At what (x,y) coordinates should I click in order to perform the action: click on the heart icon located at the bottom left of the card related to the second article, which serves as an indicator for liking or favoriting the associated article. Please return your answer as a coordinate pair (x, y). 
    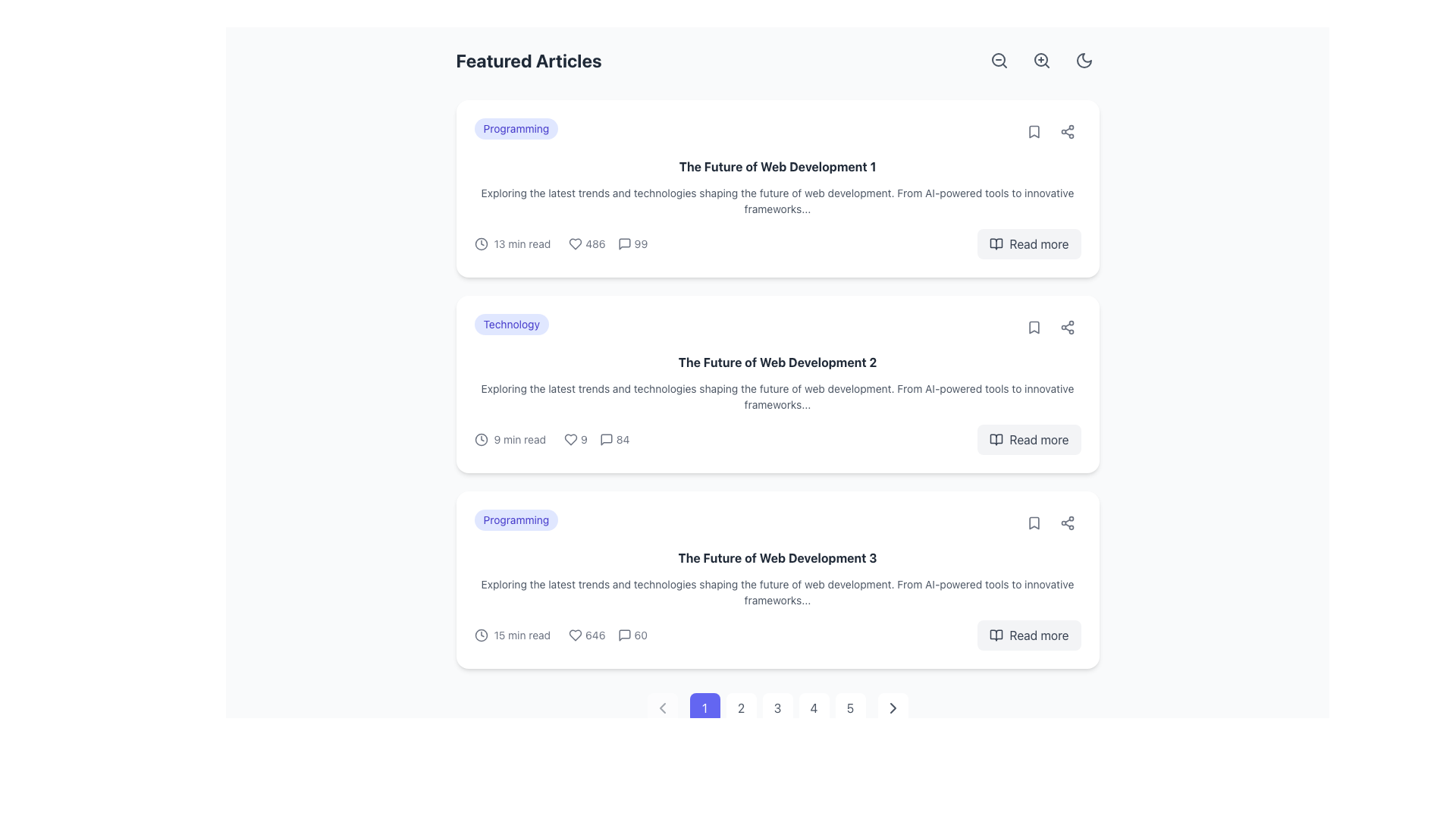
    Looking at the image, I should click on (570, 439).